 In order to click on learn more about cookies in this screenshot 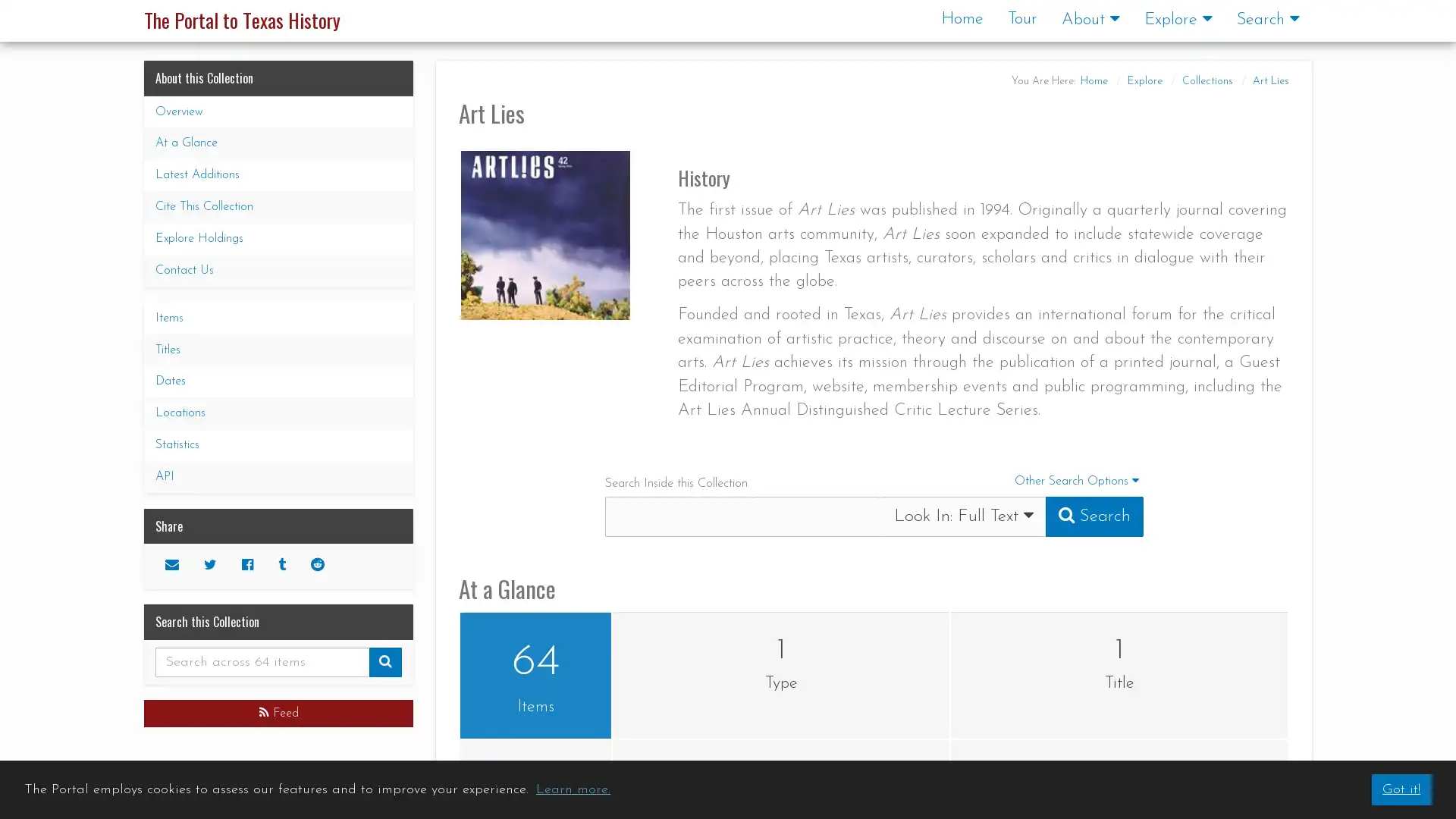, I will do `click(572, 789)`.